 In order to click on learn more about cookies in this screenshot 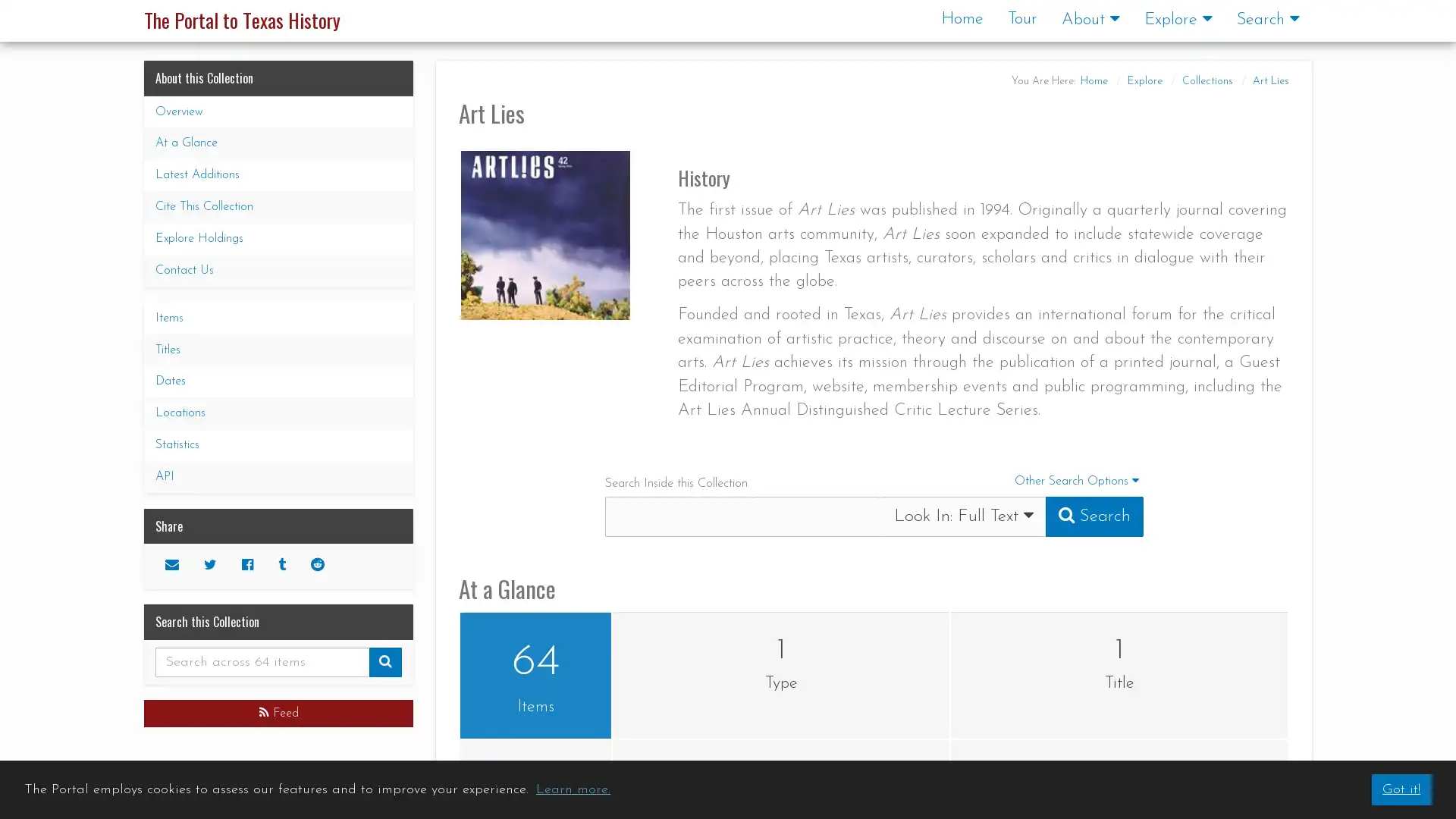, I will do `click(572, 789)`.